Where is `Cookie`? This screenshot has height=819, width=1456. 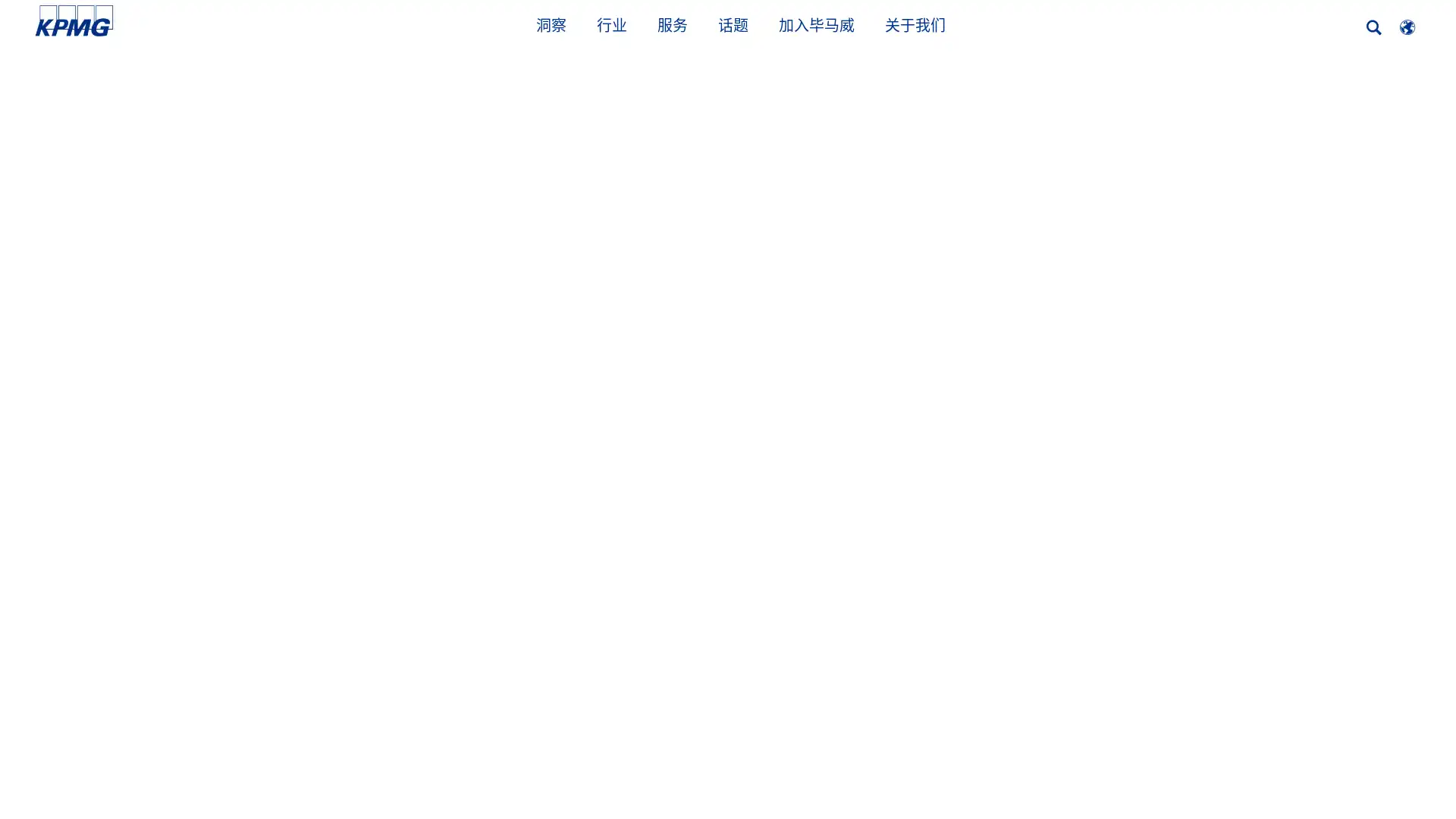 Cookie is located at coordinates (1061, 768).